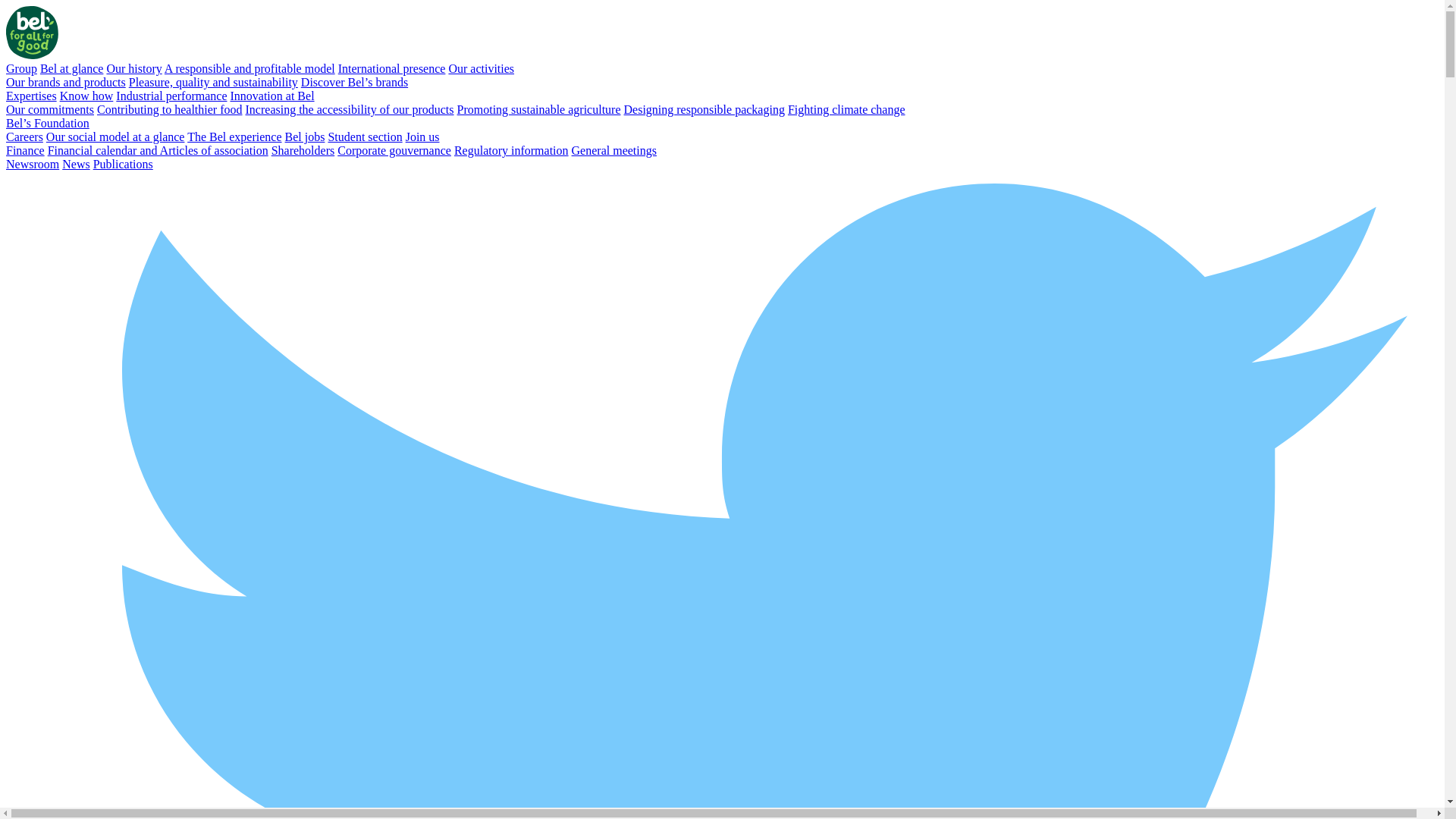  What do you see at coordinates (303, 150) in the screenshot?
I see `'Shareholders'` at bounding box center [303, 150].